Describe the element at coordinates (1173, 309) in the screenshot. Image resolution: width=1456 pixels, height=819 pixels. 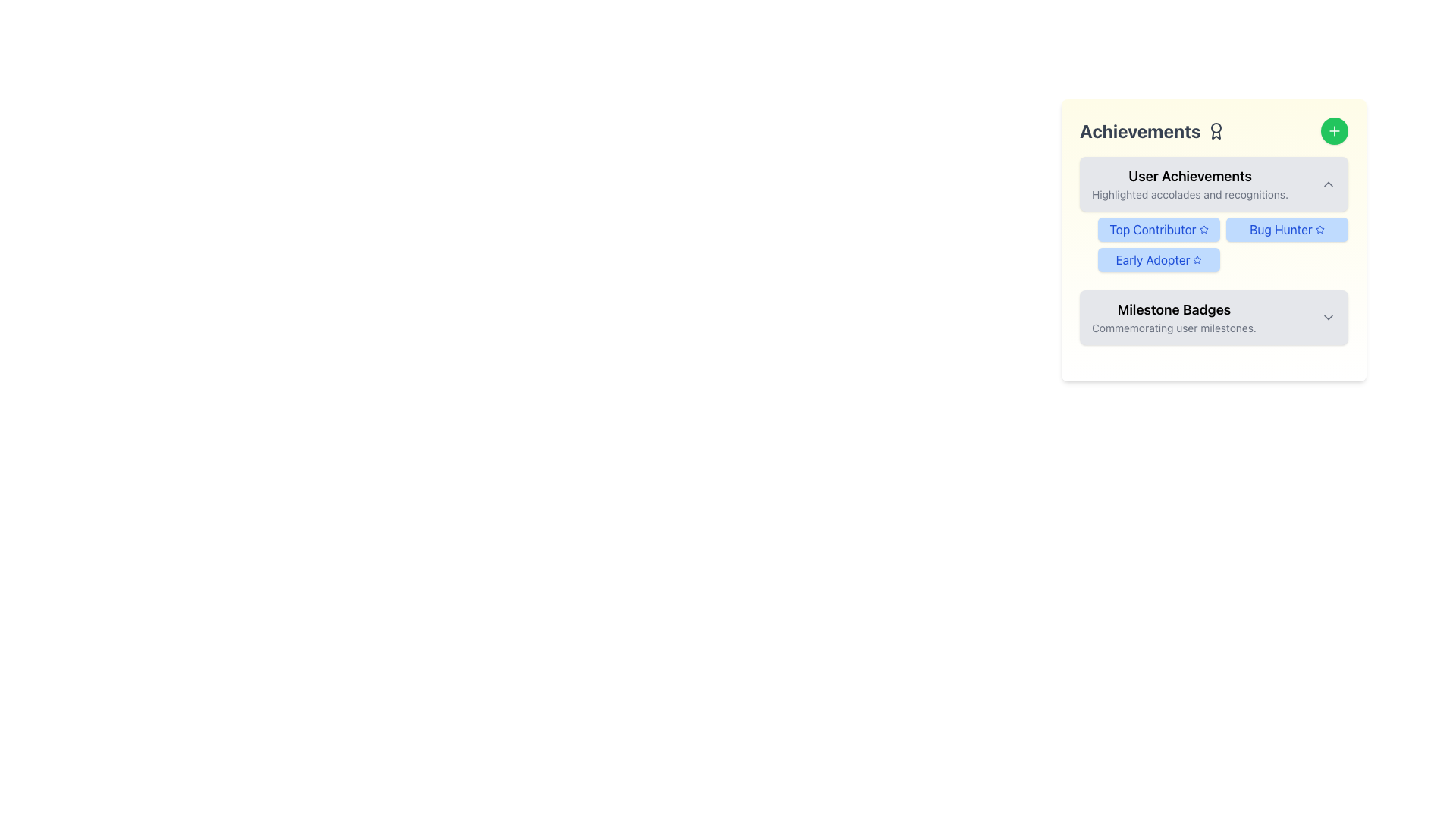
I see `the 'Milestone Badges' text label, which is a bold and larger black font located in the bottom section of the 'Achievements' interface` at that location.